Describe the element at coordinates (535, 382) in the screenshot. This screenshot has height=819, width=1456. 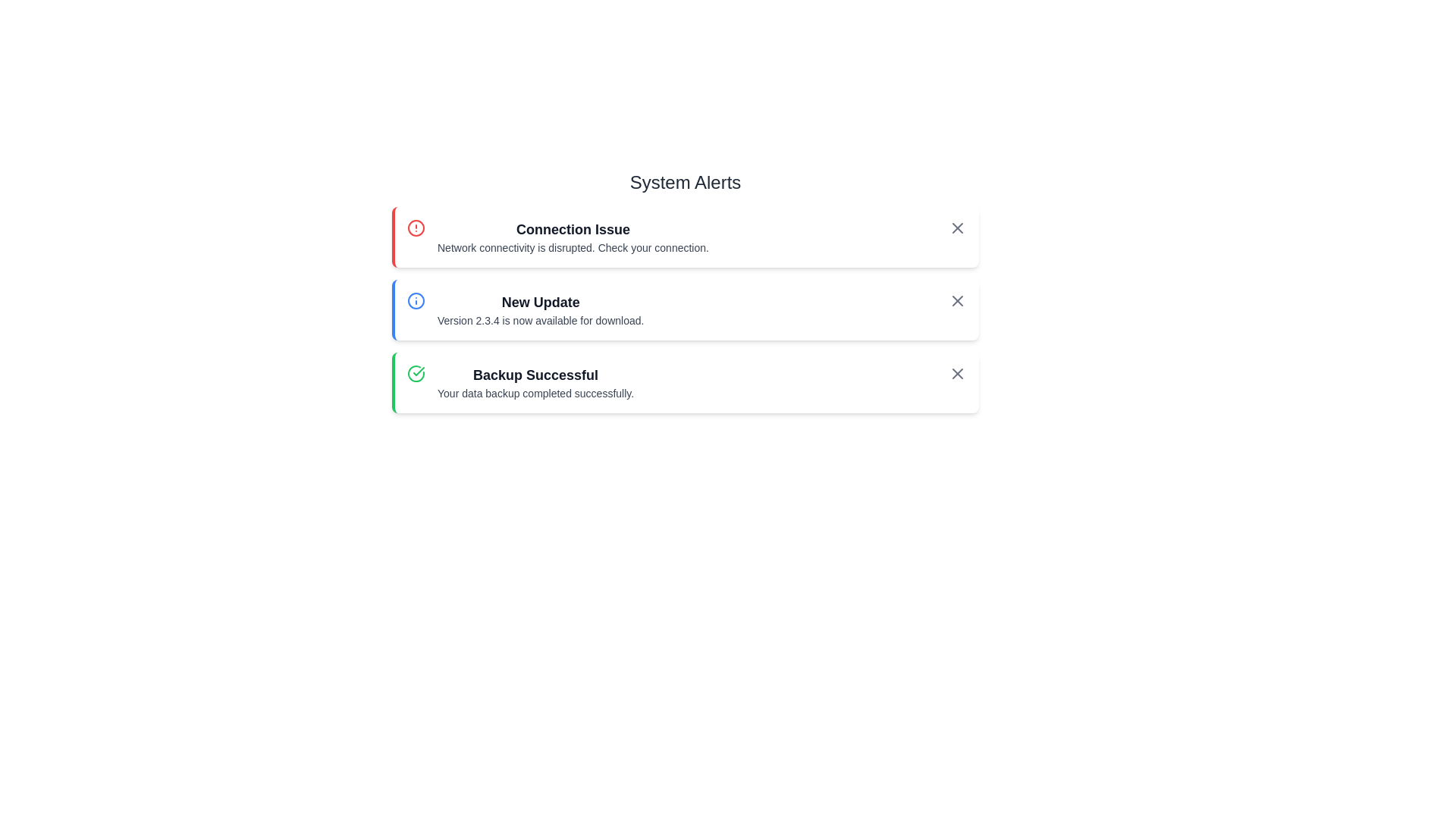
I see `the success notification text block that indicates a completed data backup, positioned in the bottom alert box, horizontally centered and adjacent to a green check icon` at that location.